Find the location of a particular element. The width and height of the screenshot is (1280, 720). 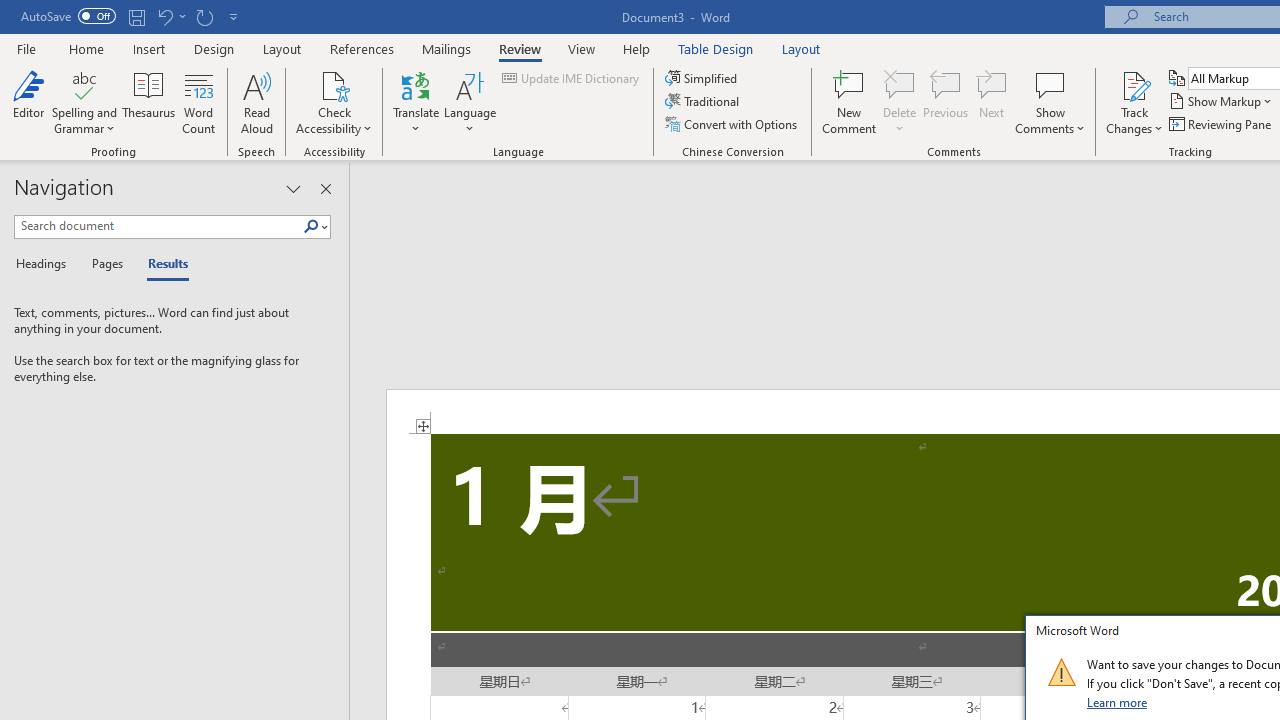

'Convert with Options...' is located at coordinates (731, 124).